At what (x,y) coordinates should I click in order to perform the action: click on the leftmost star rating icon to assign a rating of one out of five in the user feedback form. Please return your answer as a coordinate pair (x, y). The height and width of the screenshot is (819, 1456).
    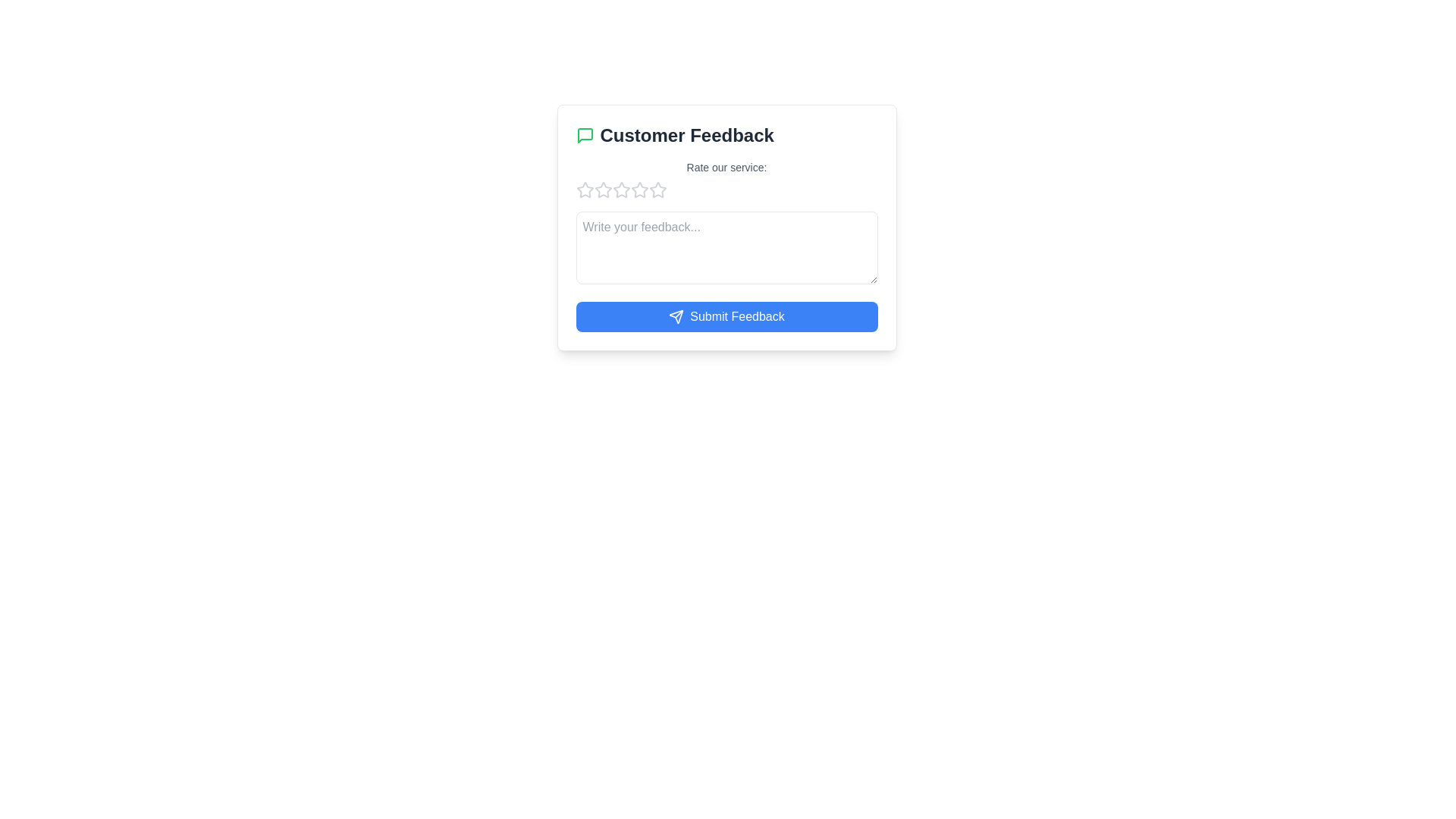
    Looking at the image, I should click on (584, 189).